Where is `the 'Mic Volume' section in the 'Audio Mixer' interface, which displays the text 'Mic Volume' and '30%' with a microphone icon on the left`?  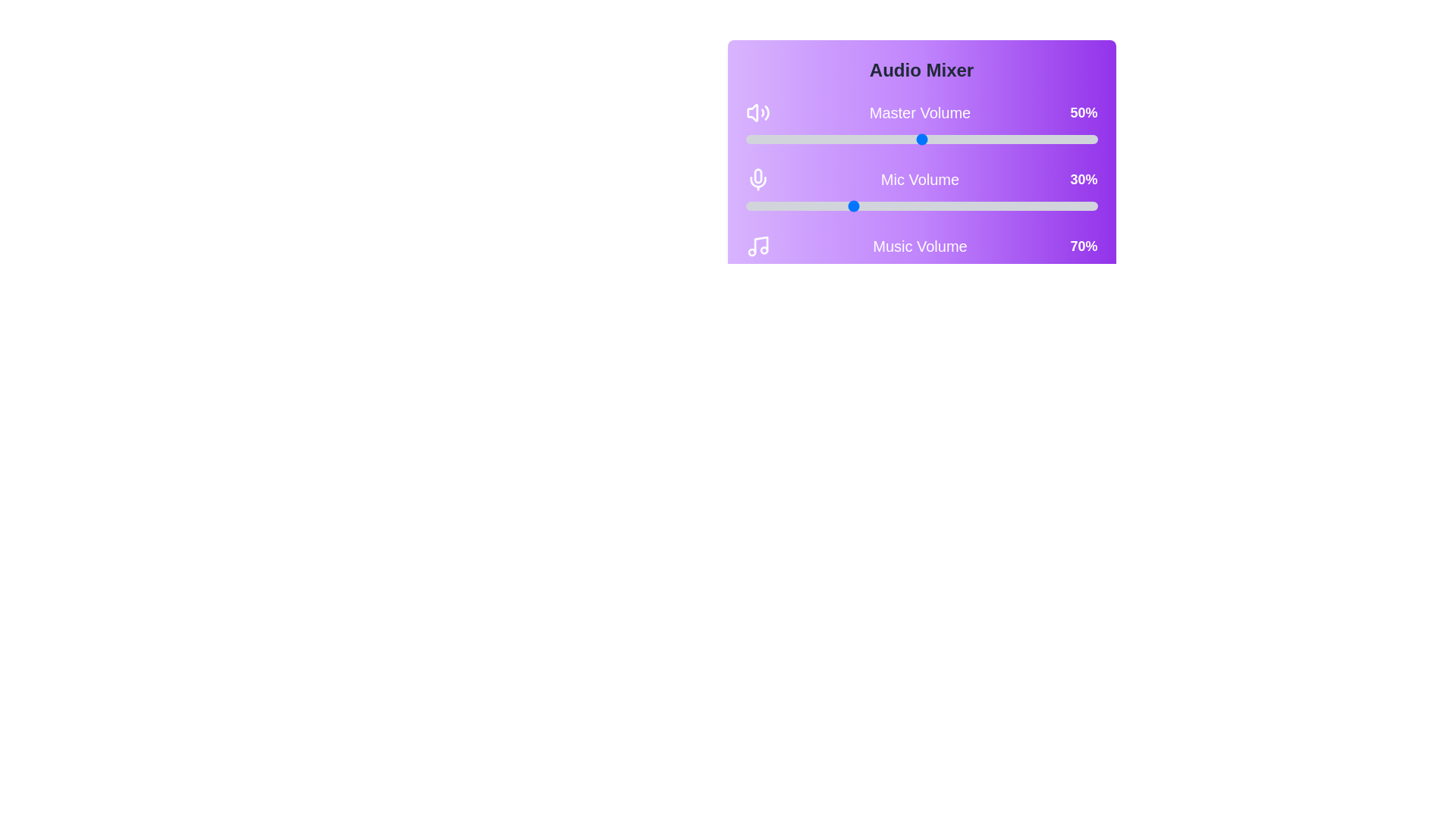 the 'Mic Volume' section in the 'Audio Mixer' interface, which displays the text 'Mic Volume' and '30%' with a microphone icon on the left is located at coordinates (921, 178).